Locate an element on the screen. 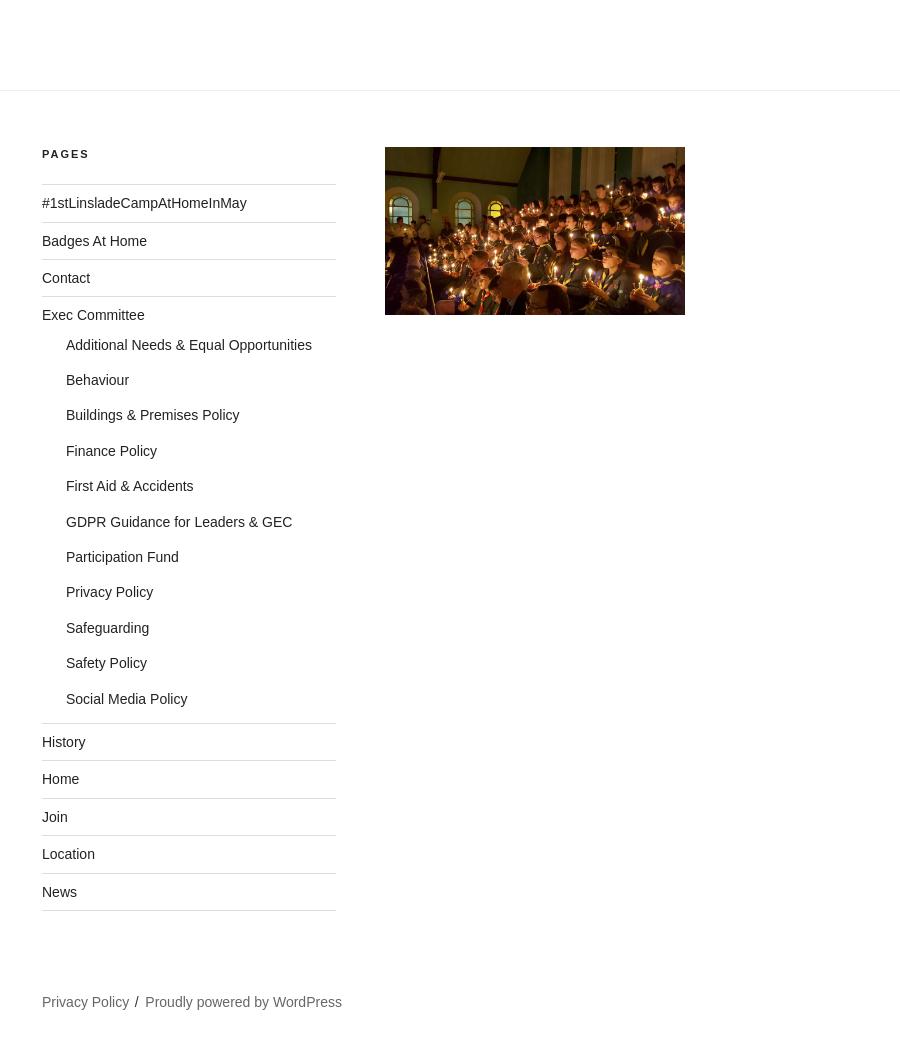  'Exec Committee' is located at coordinates (41, 313).